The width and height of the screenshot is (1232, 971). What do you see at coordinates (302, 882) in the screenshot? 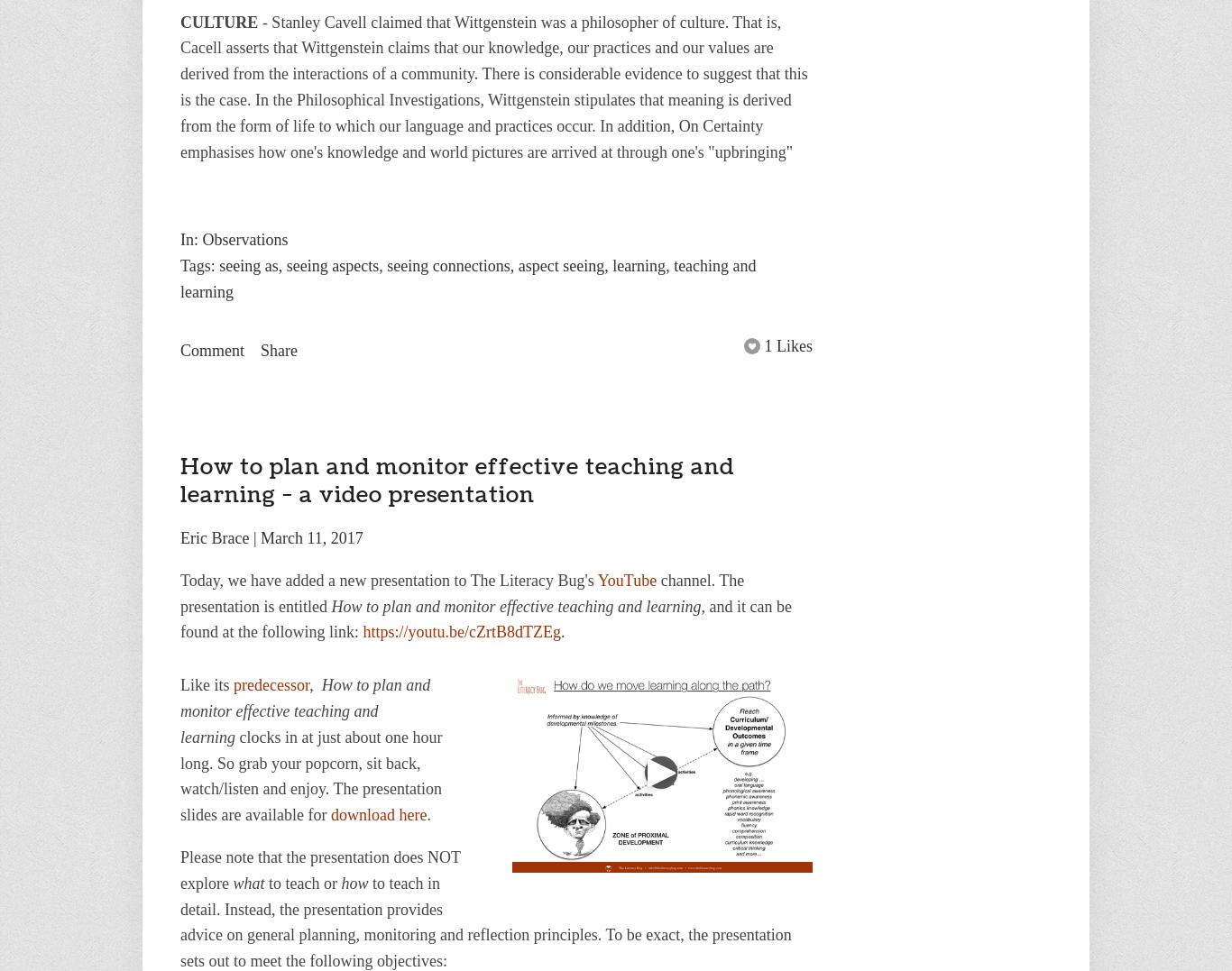
I see `'to teach or'` at bounding box center [302, 882].